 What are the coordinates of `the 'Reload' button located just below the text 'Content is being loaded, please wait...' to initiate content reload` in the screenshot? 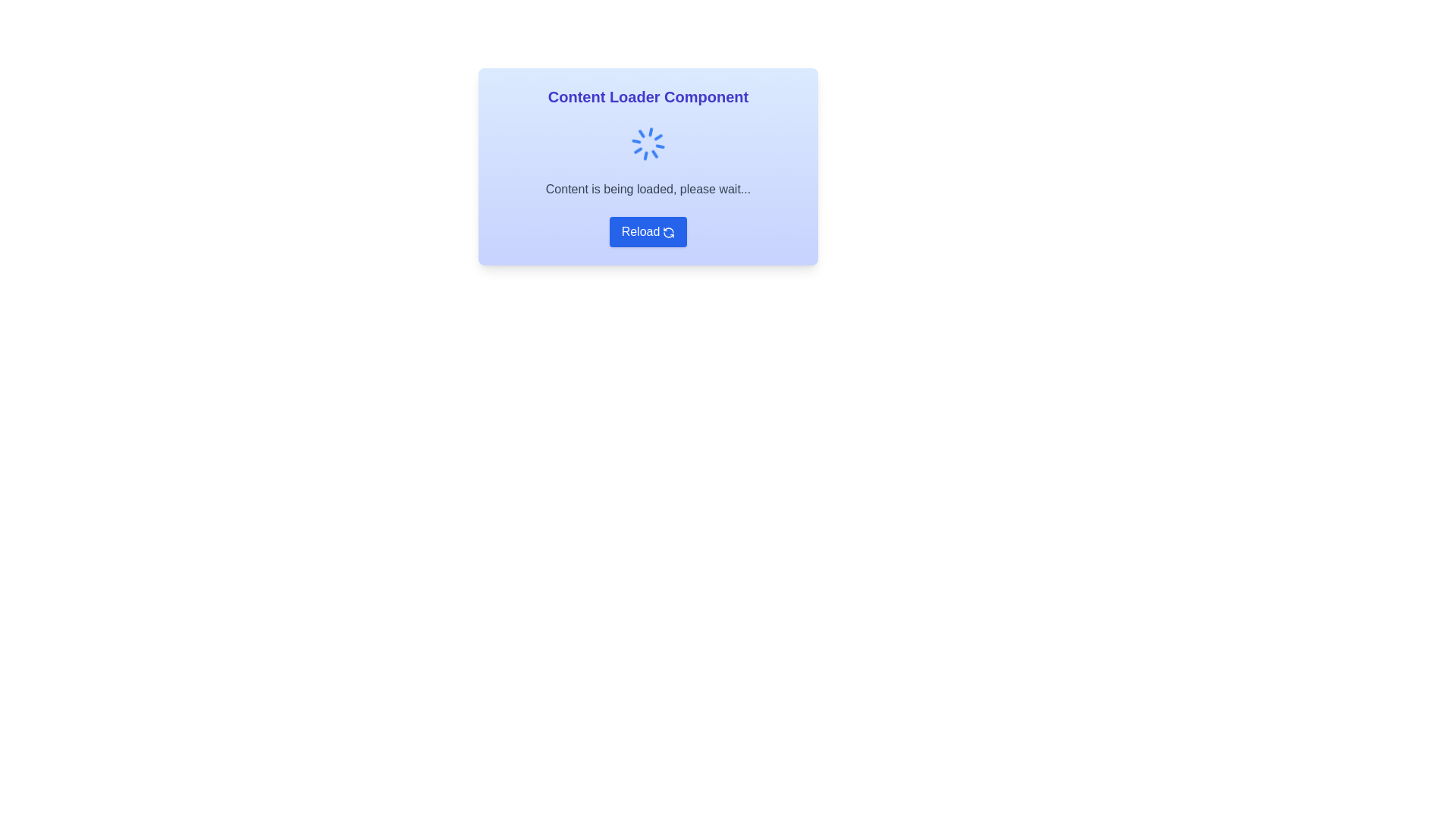 It's located at (648, 231).